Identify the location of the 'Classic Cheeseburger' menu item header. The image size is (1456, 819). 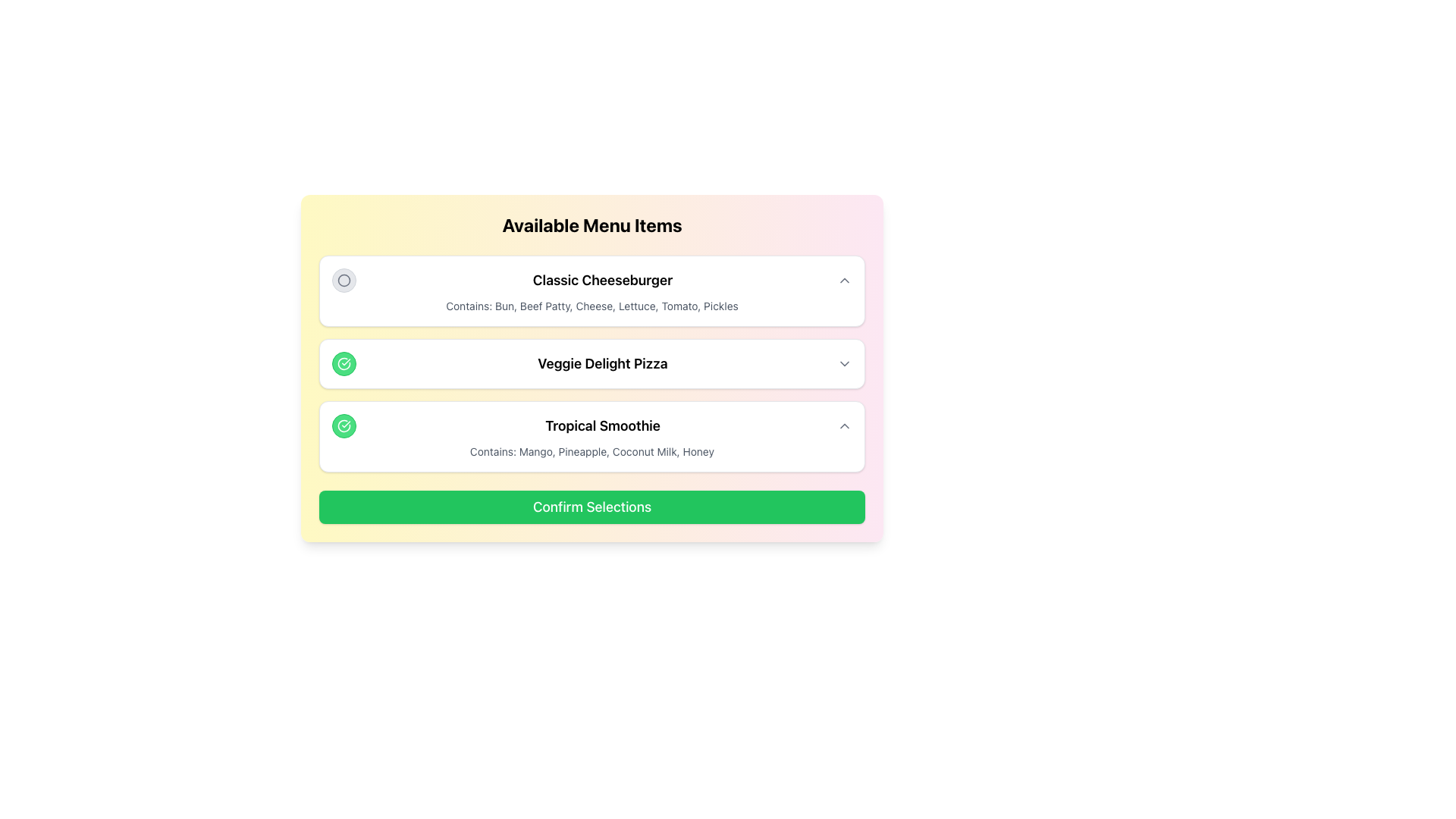
(591, 281).